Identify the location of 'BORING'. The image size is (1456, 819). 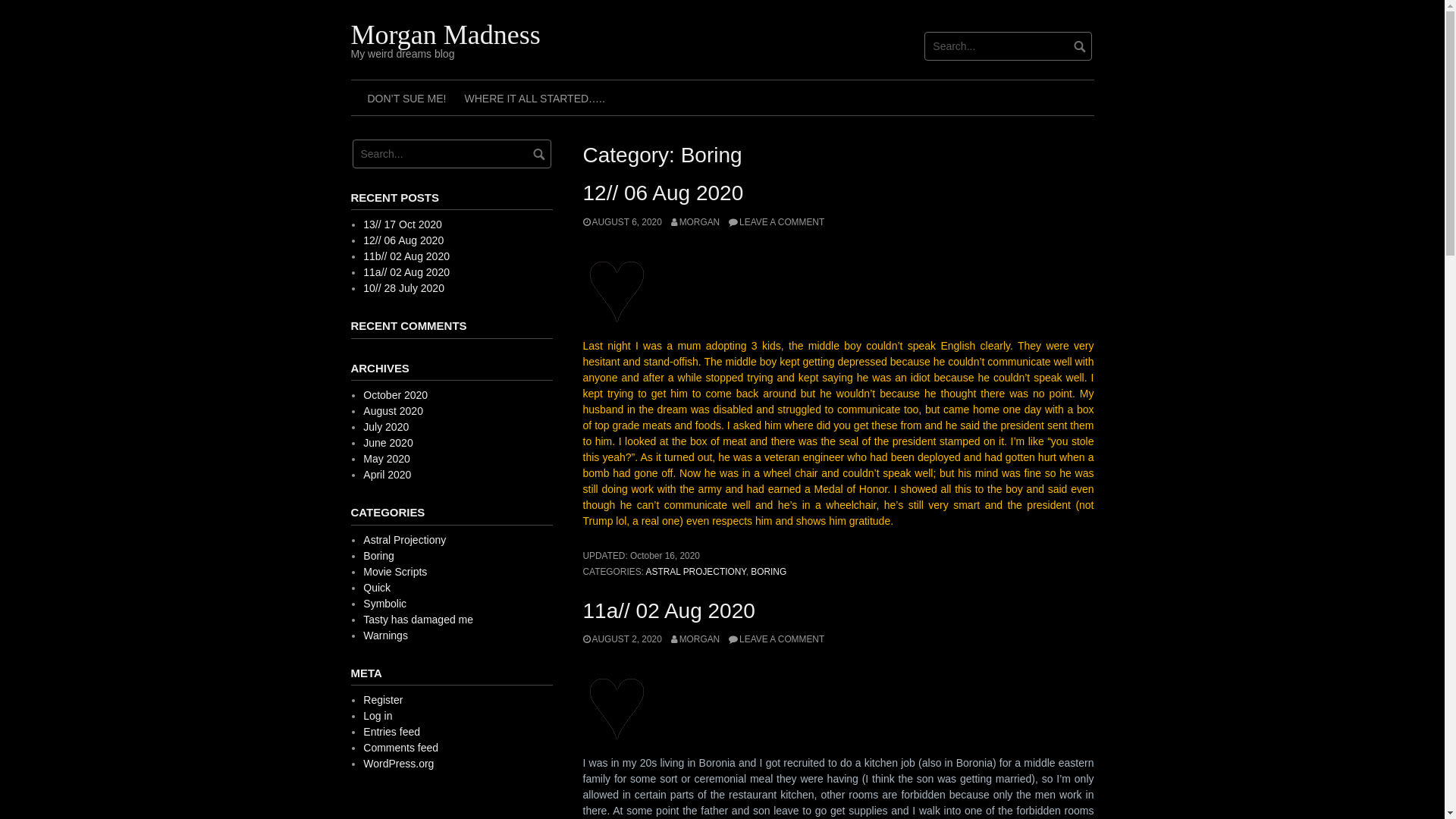
(768, 571).